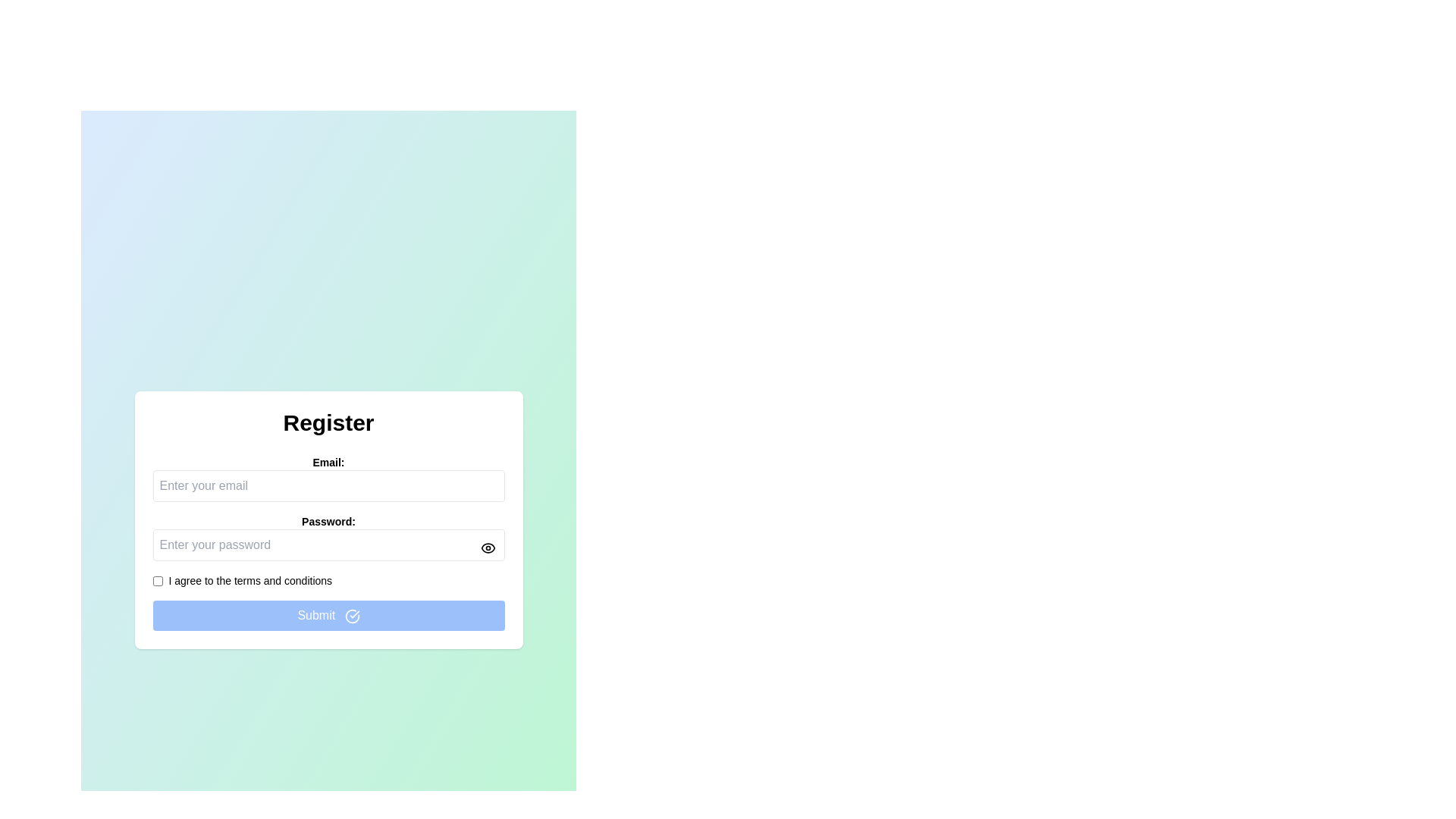 This screenshot has height=819, width=1456. What do you see at coordinates (328, 616) in the screenshot?
I see `the 'Submit' button, which is a rectangular button with a blue background and white text, located at the bottom of the registration form` at bounding box center [328, 616].